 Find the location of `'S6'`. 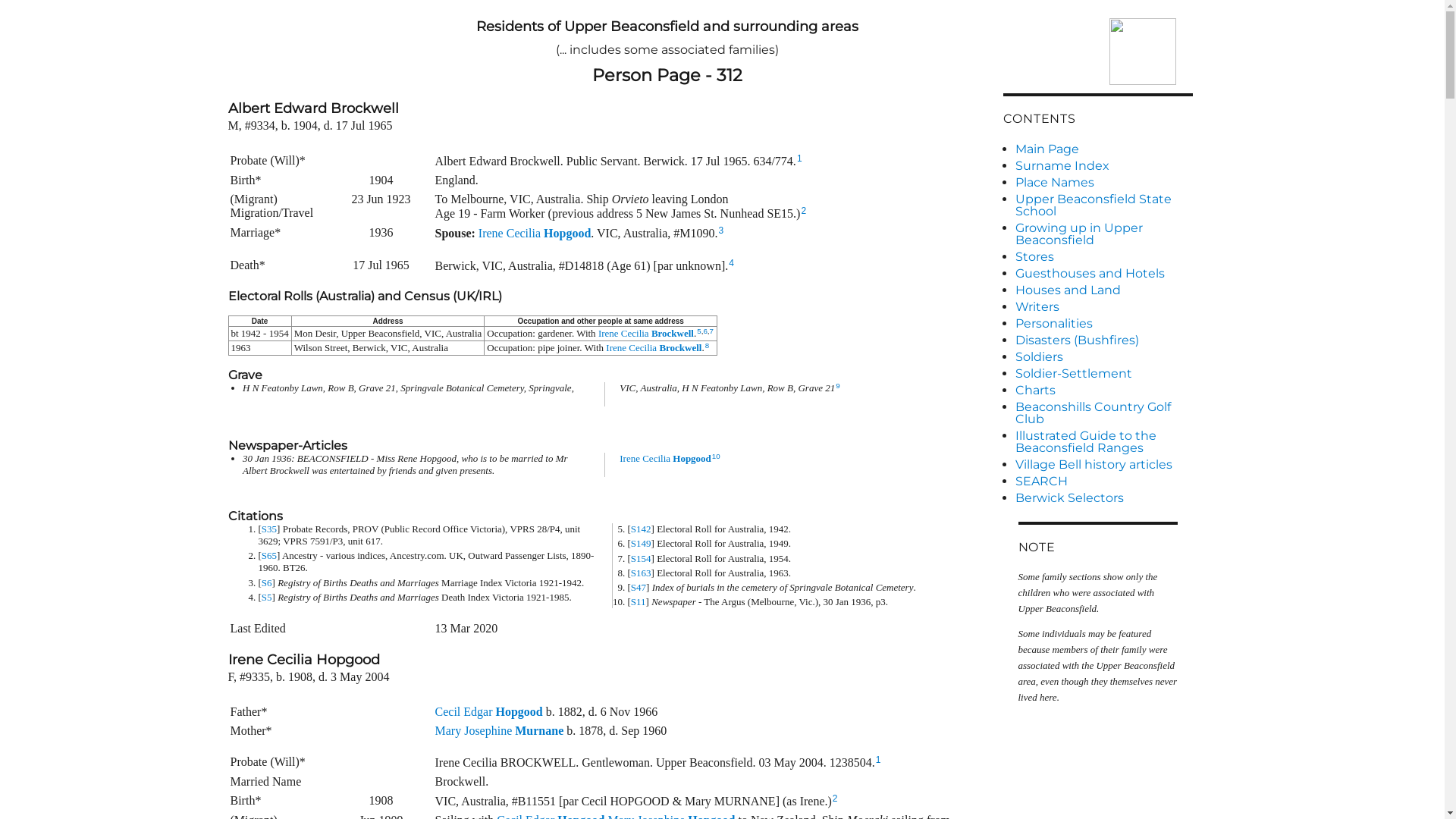

'S6' is located at coordinates (266, 582).